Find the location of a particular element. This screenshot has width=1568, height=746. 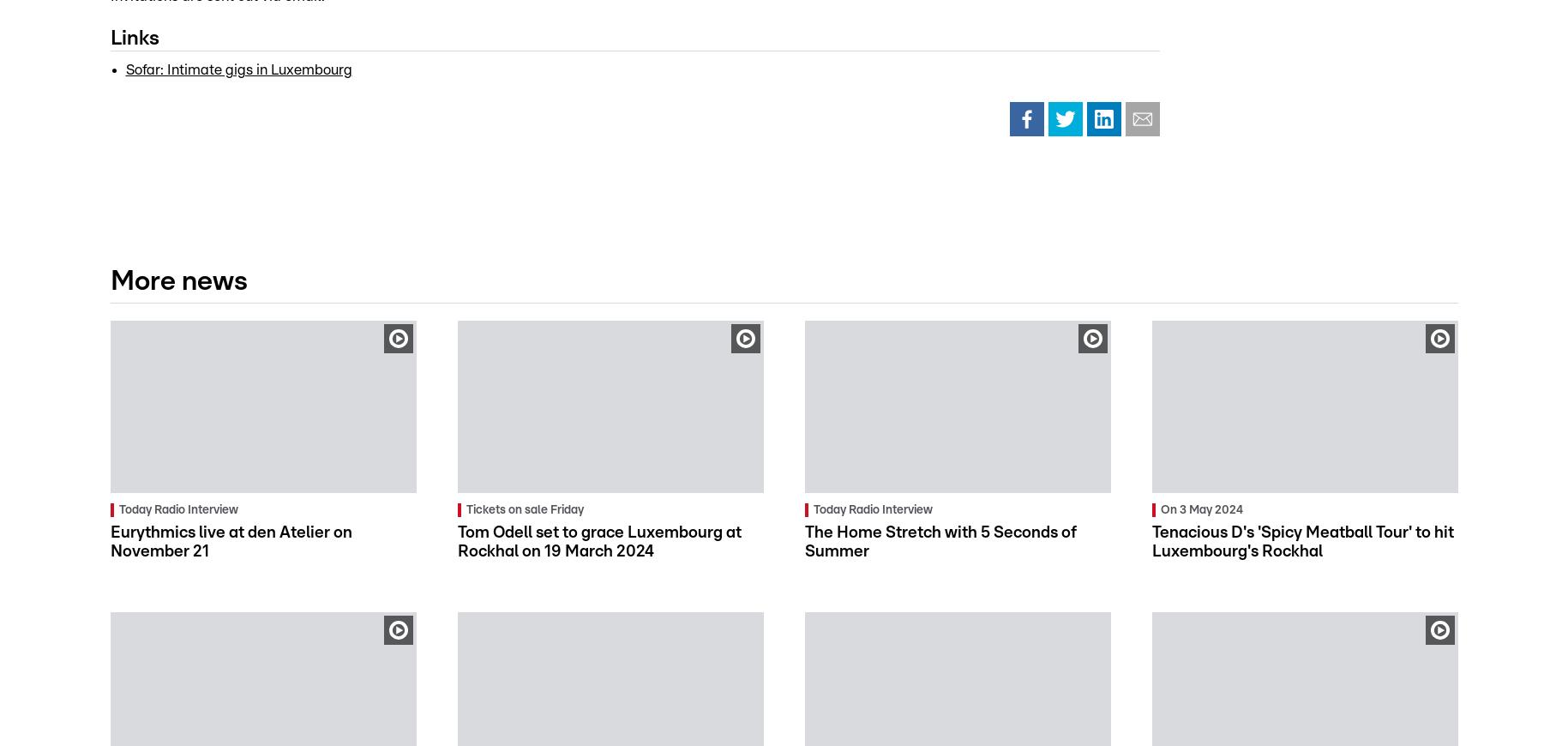

'More news' is located at coordinates (110, 280).